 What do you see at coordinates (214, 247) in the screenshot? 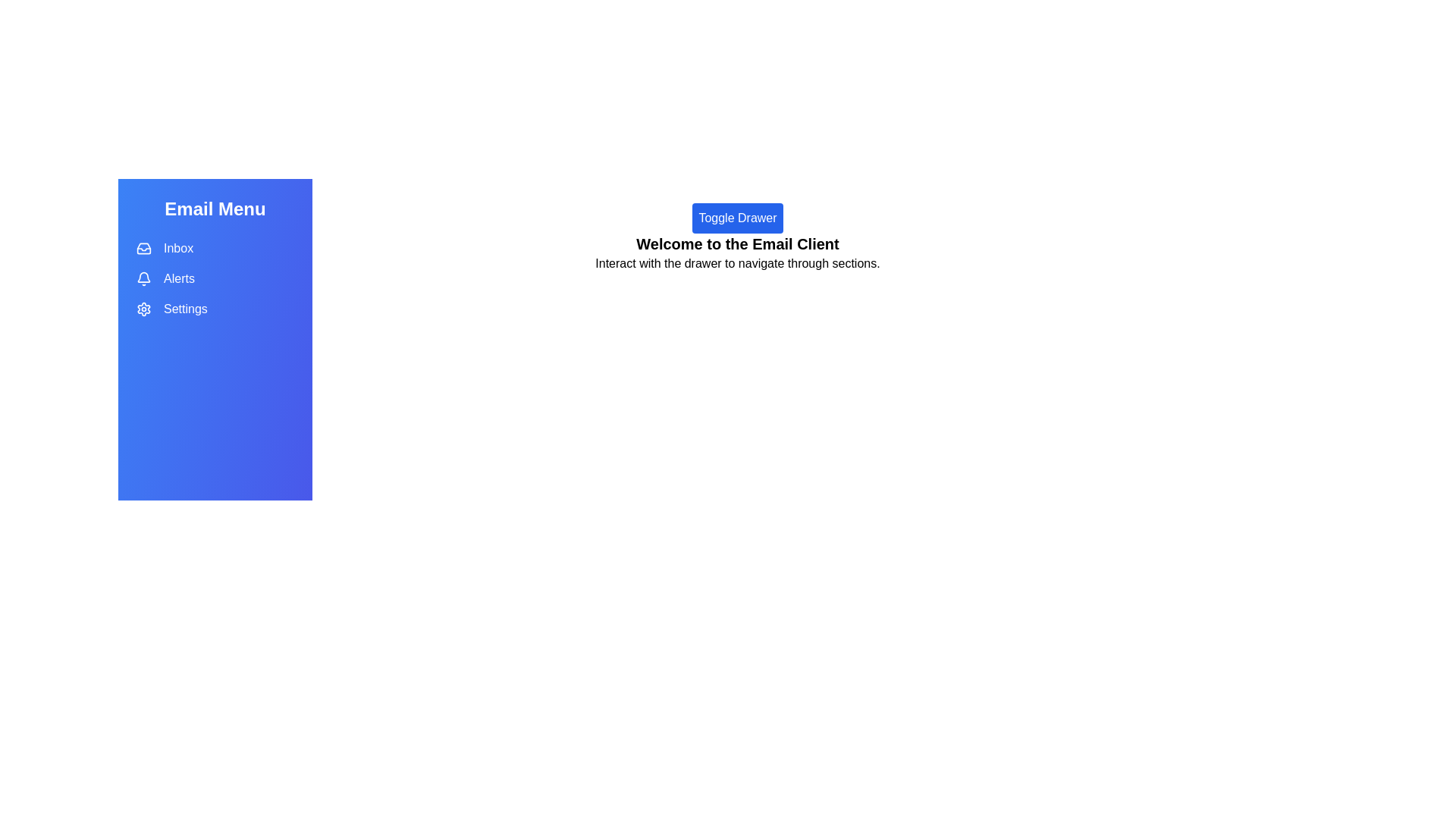
I see `the menu item Inbox to navigate to the corresponding section` at bounding box center [214, 247].